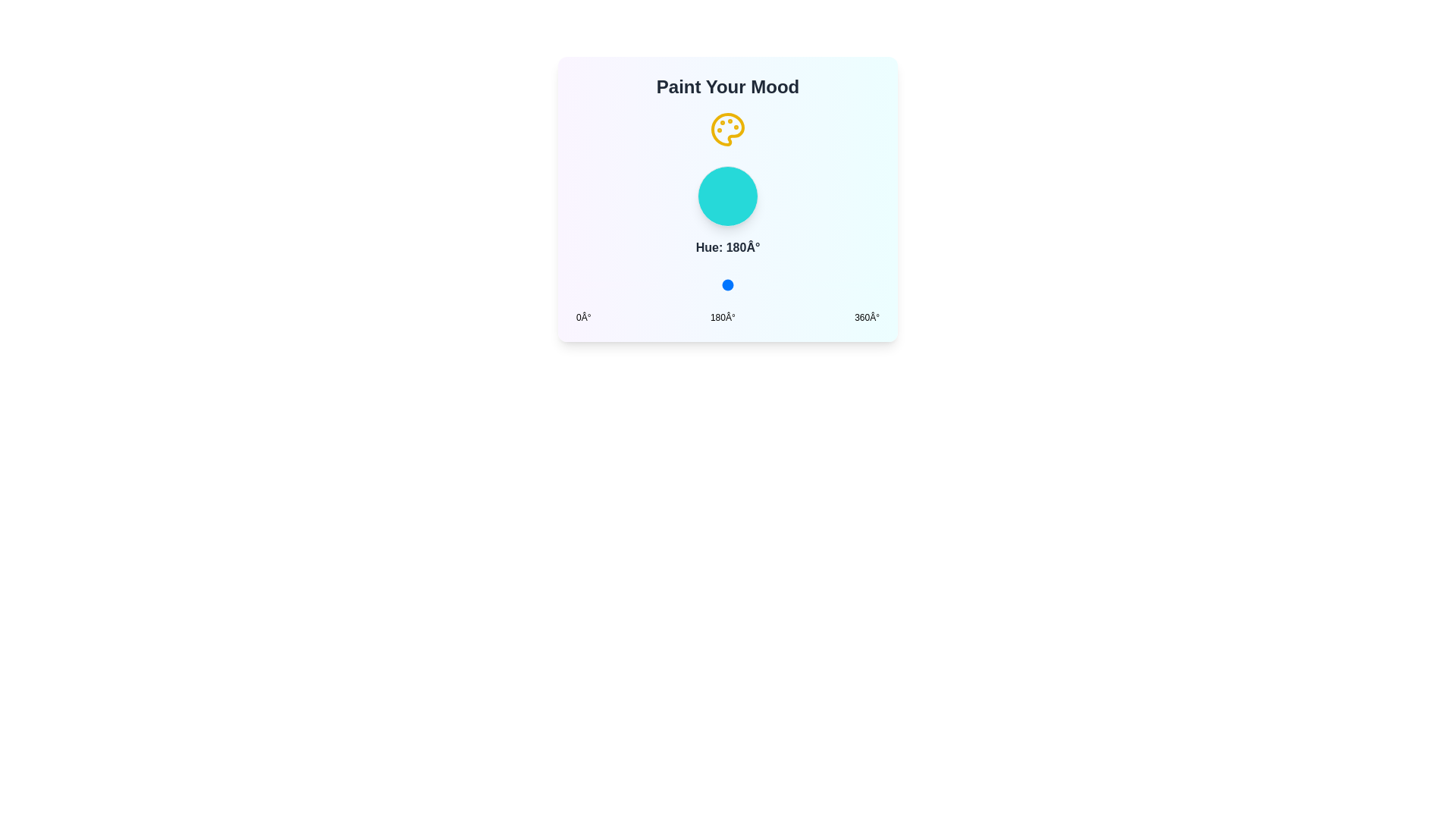 The width and height of the screenshot is (1456, 819). What do you see at coordinates (716, 284) in the screenshot?
I see `the hue slider to set the hue to 167 degrees` at bounding box center [716, 284].